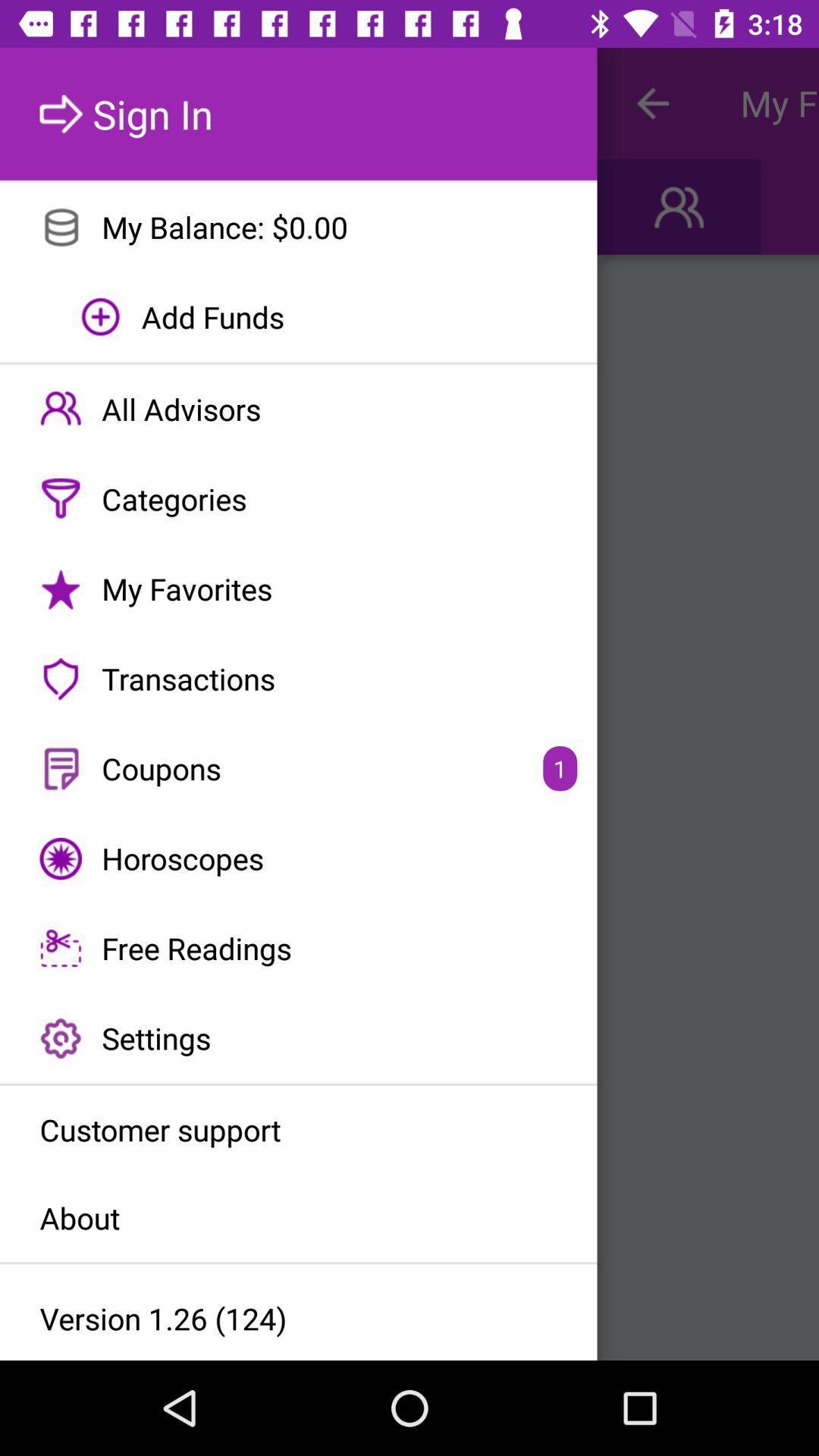 The height and width of the screenshot is (1456, 819). What do you see at coordinates (298, 113) in the screenshot?
I see `the sign in` at bounding box center [298, 113].